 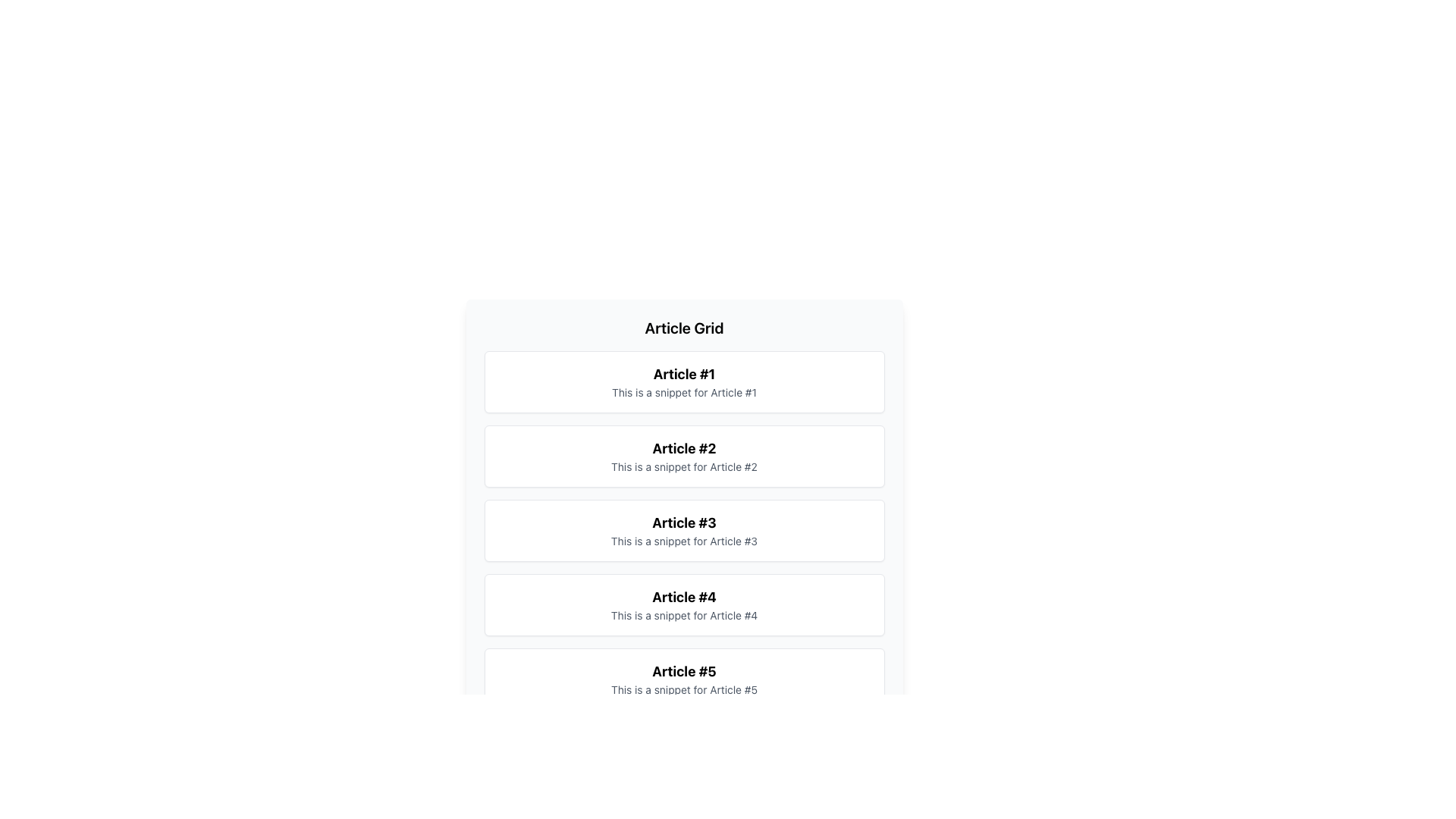 I want to click on the informative text snippet related to 'Article #1' that is positioned below the title in a white card with rounded corners, so click(x=683, y=391).